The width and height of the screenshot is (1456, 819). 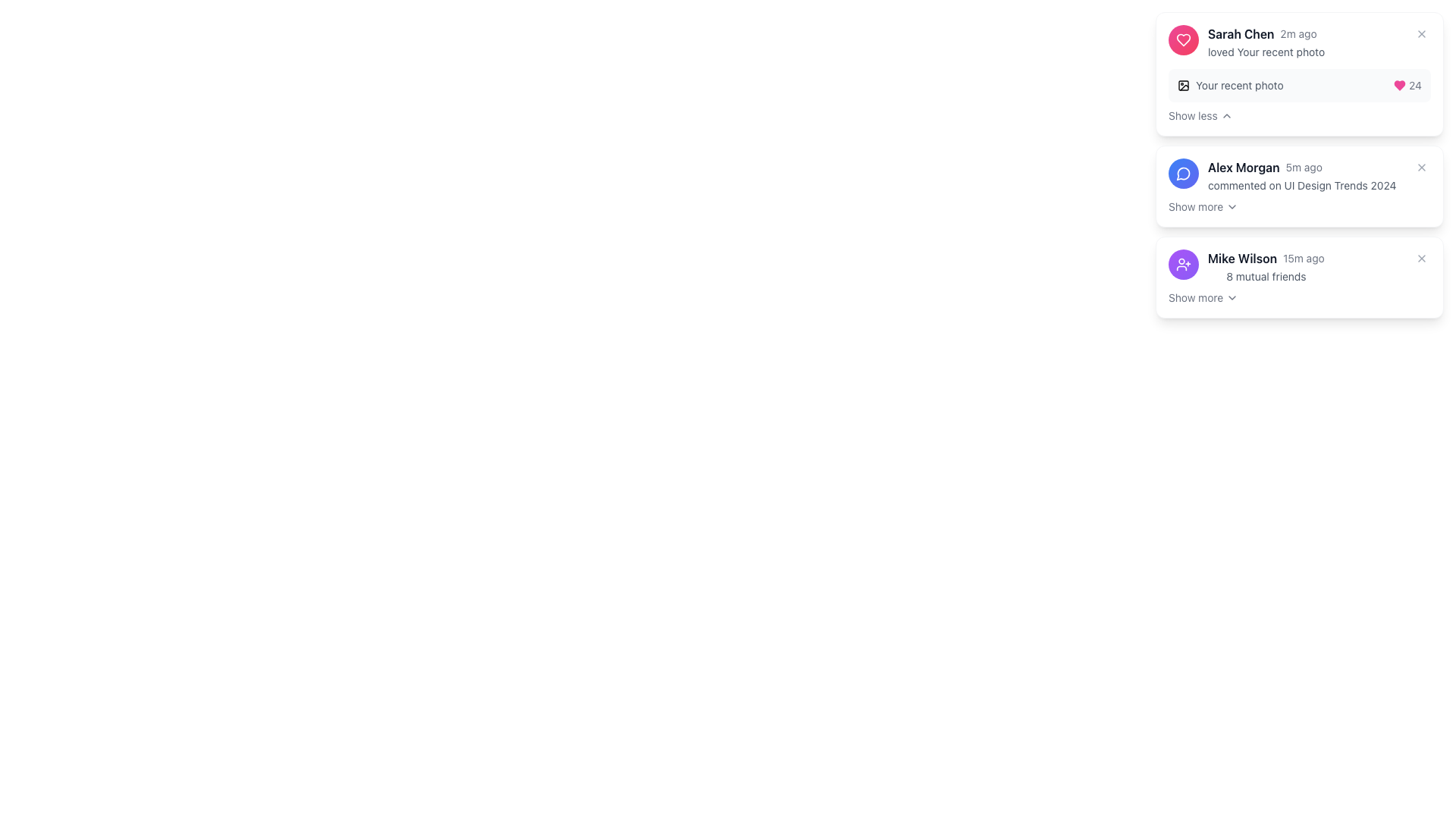 I want to click on the small circular icon styled like a speech bubble, with a gradient background from blue to indigo, located in the rightmost panel at the top of the notification for 'Alex Morgan', so click(x=1182, y=172).